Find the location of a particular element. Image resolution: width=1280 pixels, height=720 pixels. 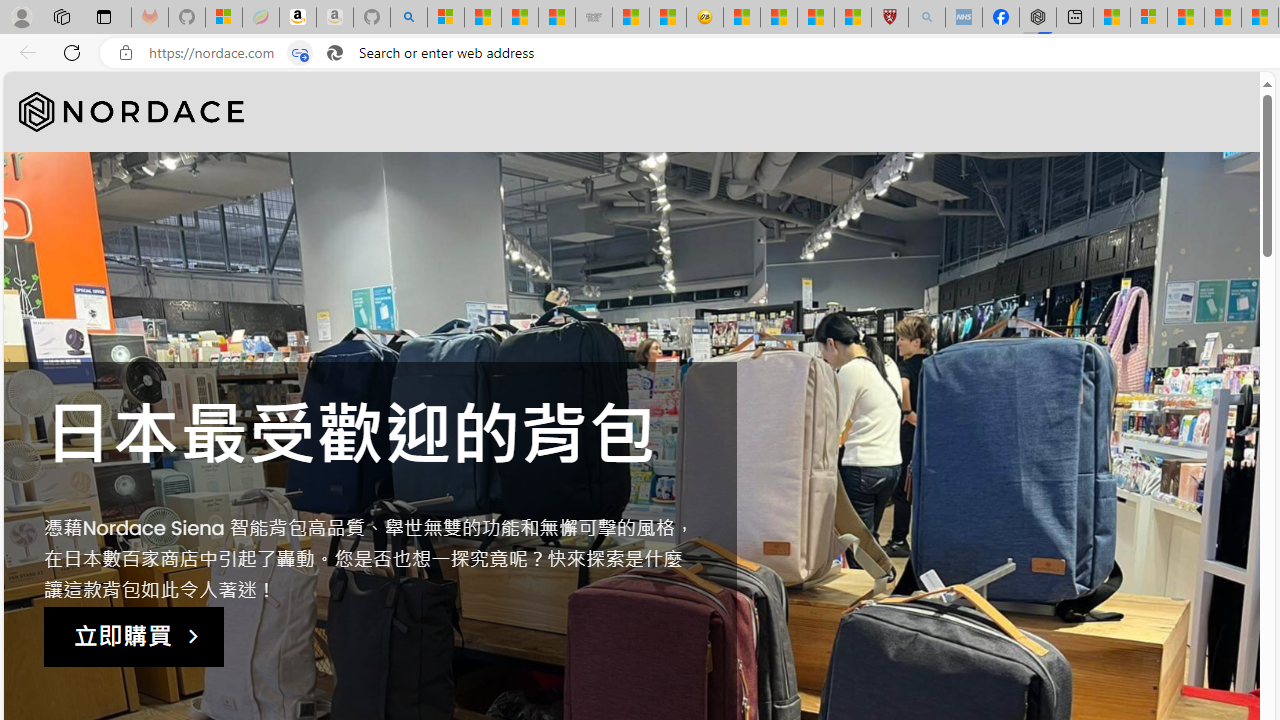

'Refresh' is located at coordinates (72, 51).